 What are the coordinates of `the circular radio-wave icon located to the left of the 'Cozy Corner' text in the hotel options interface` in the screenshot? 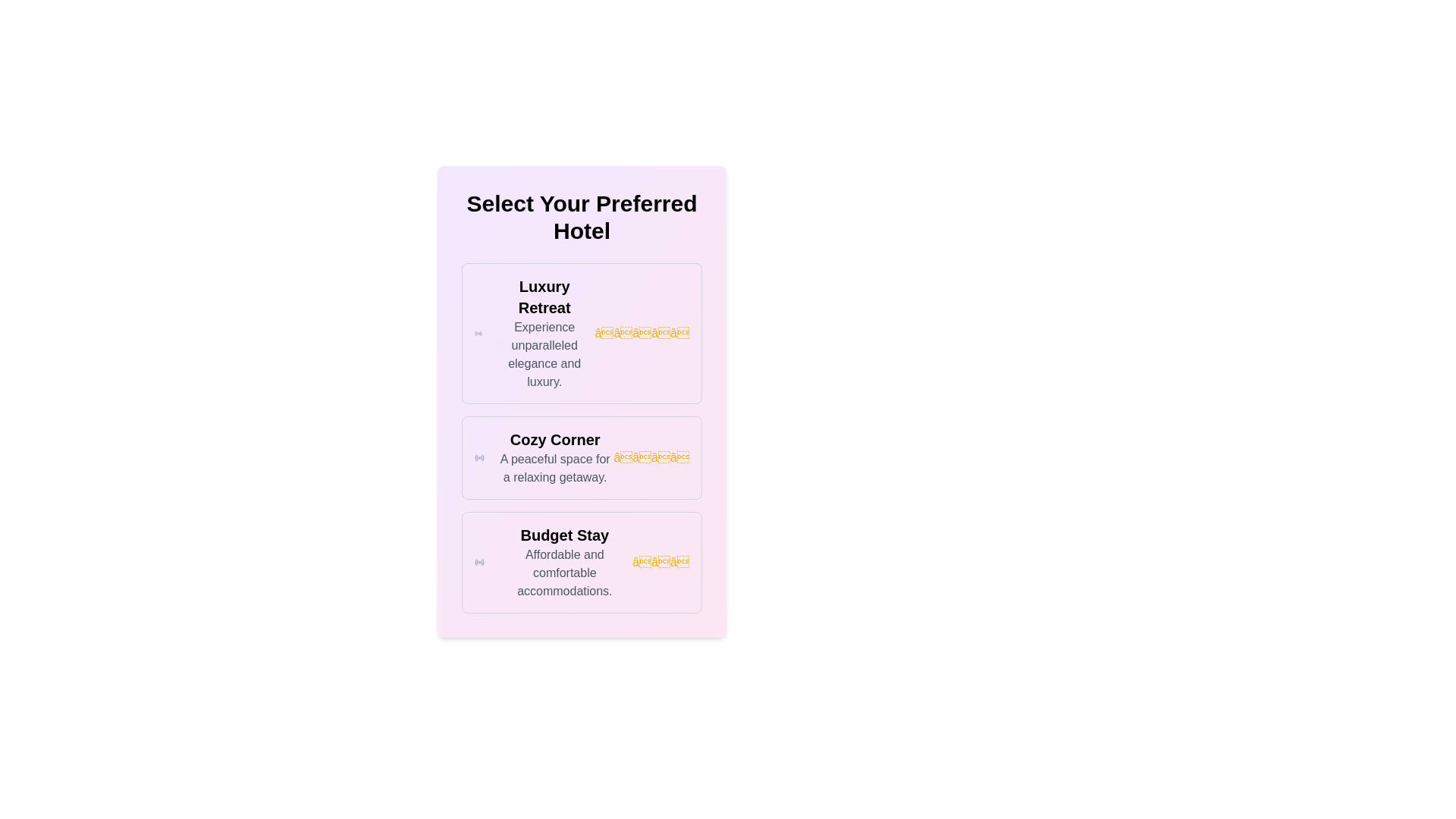 It's located at (479, 457).